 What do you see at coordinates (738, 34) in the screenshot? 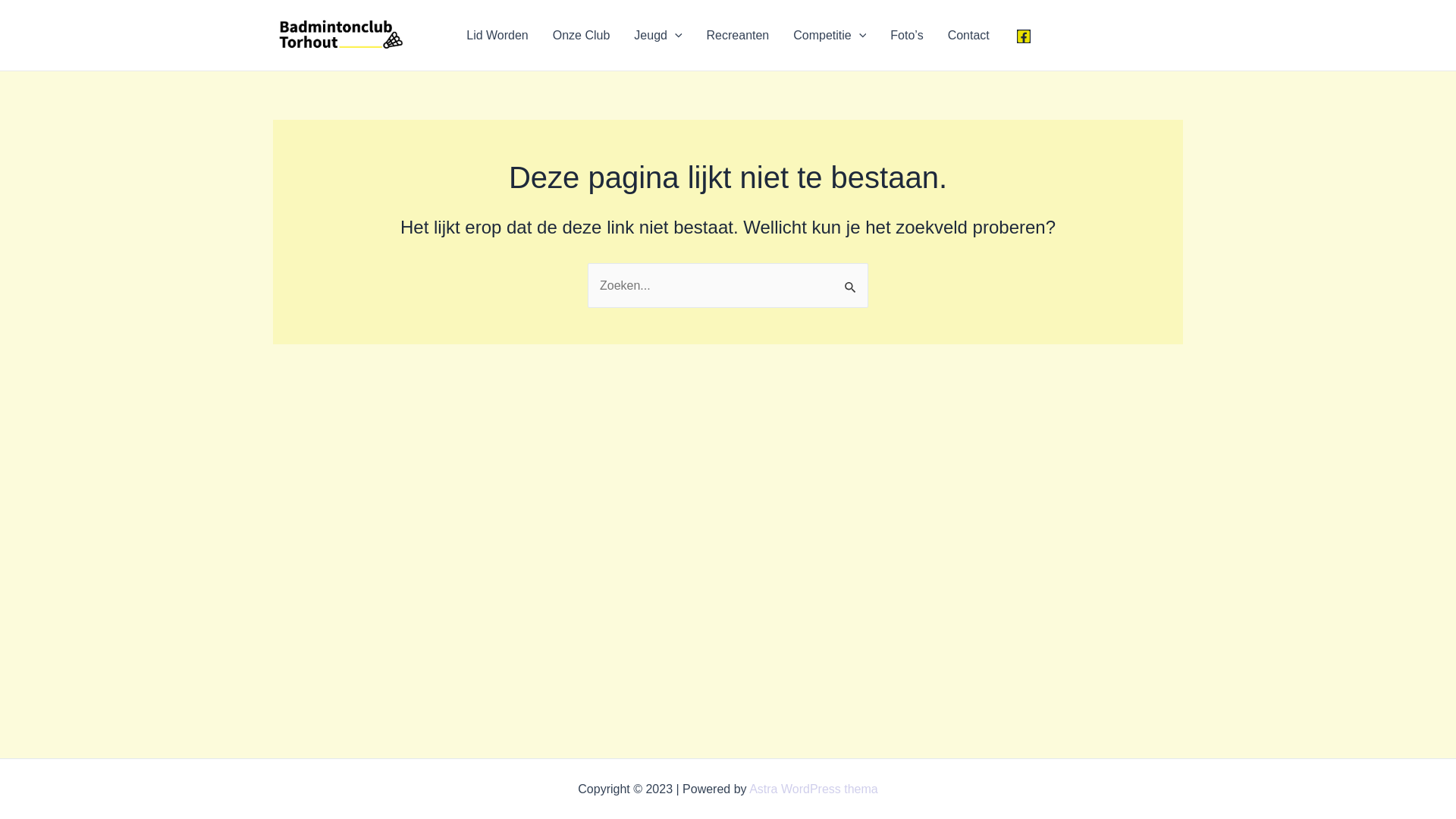
I see `'Recreanten'` at bounding box center [738, 34].